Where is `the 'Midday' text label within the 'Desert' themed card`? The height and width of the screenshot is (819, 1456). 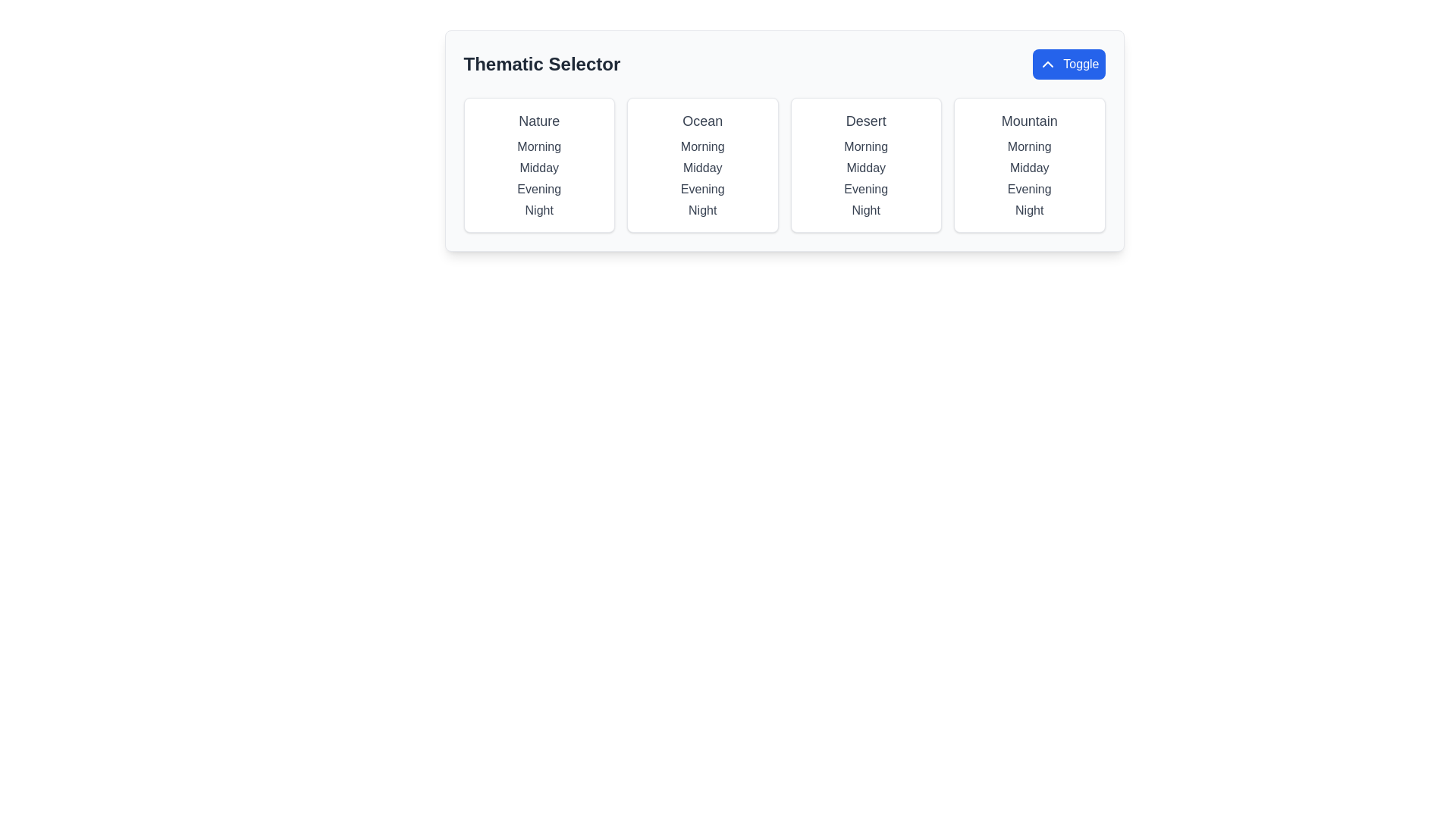
the 'Midday' text label within the 'Desert' themed card is located at coordinates (866, 168).